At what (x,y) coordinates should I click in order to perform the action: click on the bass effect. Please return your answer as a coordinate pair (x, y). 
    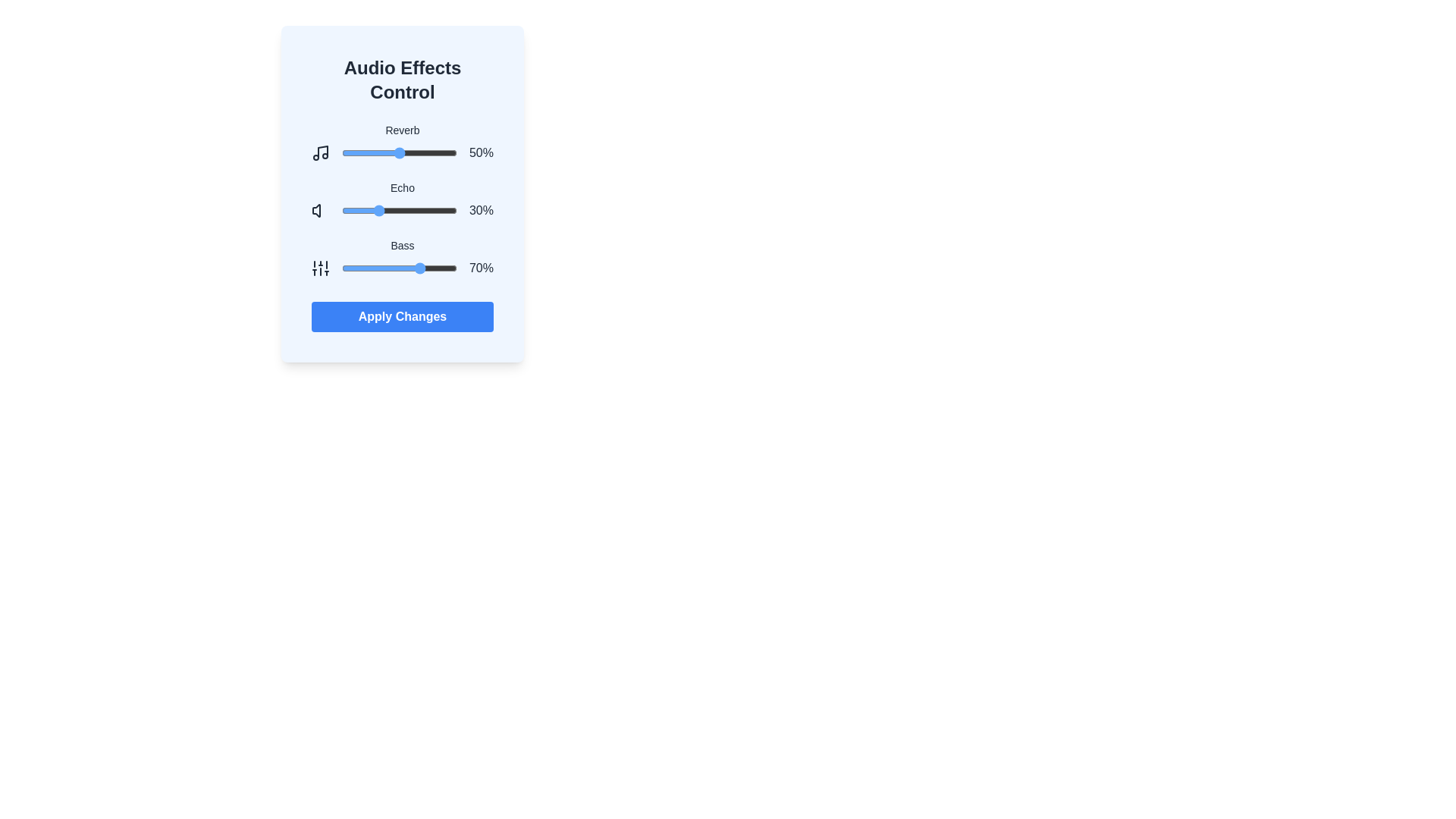
    Looking at the image, I should click on (346, 268).